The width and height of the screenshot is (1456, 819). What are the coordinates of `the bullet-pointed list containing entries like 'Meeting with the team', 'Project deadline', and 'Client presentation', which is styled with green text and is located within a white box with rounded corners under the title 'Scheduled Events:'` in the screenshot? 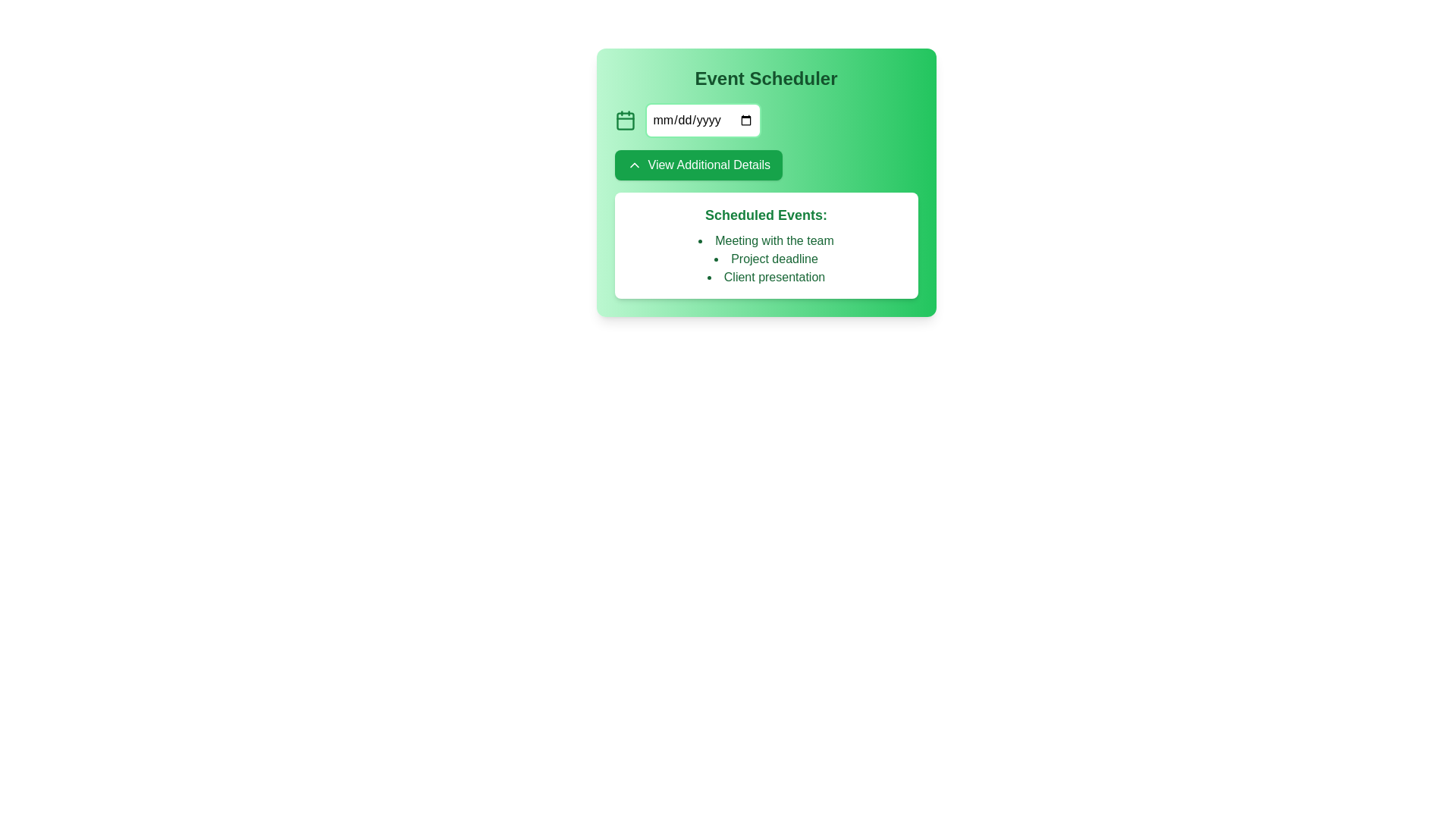 It's located at (766, 259).